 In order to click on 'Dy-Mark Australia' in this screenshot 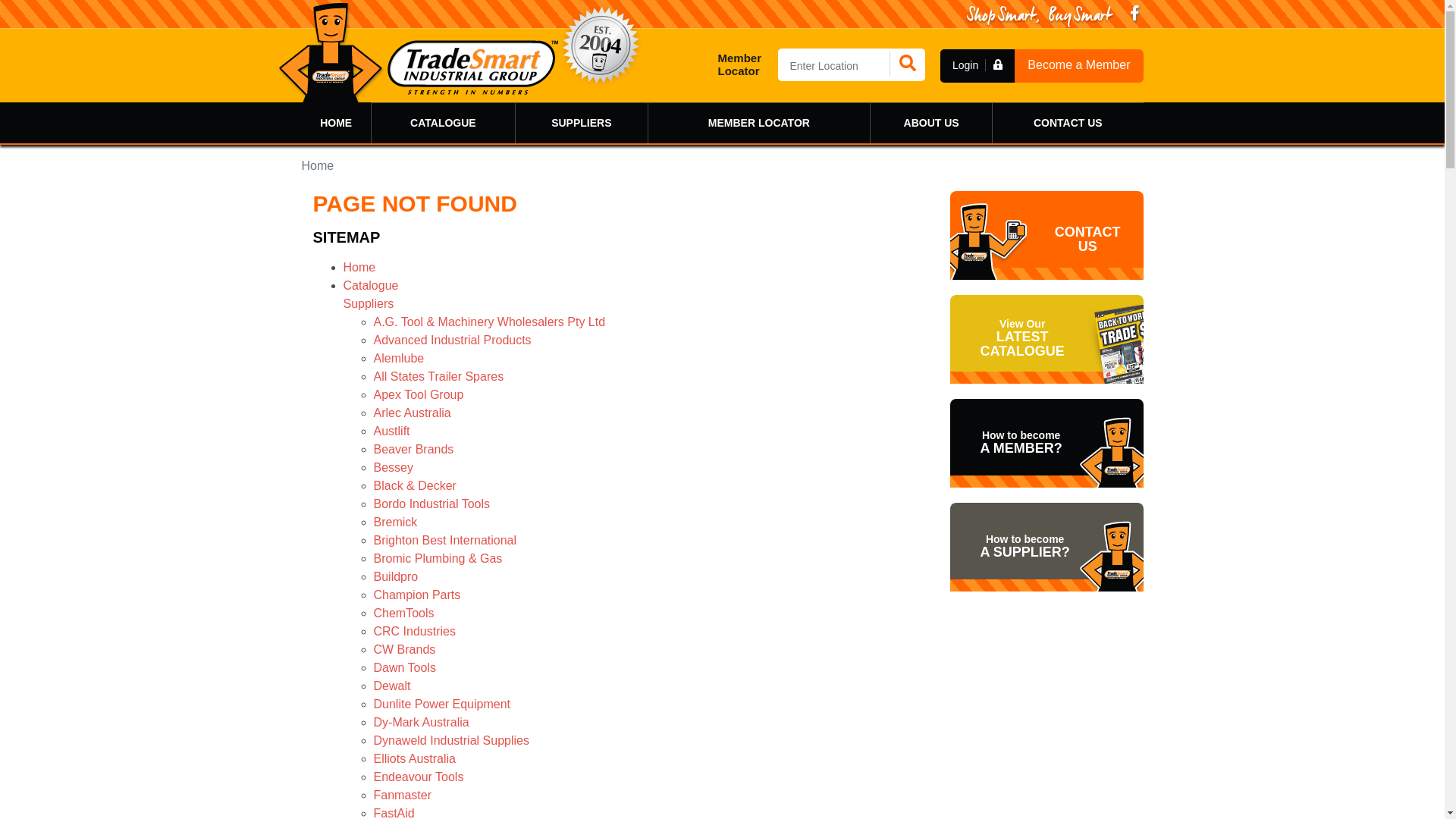, I will do `click(372, 721)`.